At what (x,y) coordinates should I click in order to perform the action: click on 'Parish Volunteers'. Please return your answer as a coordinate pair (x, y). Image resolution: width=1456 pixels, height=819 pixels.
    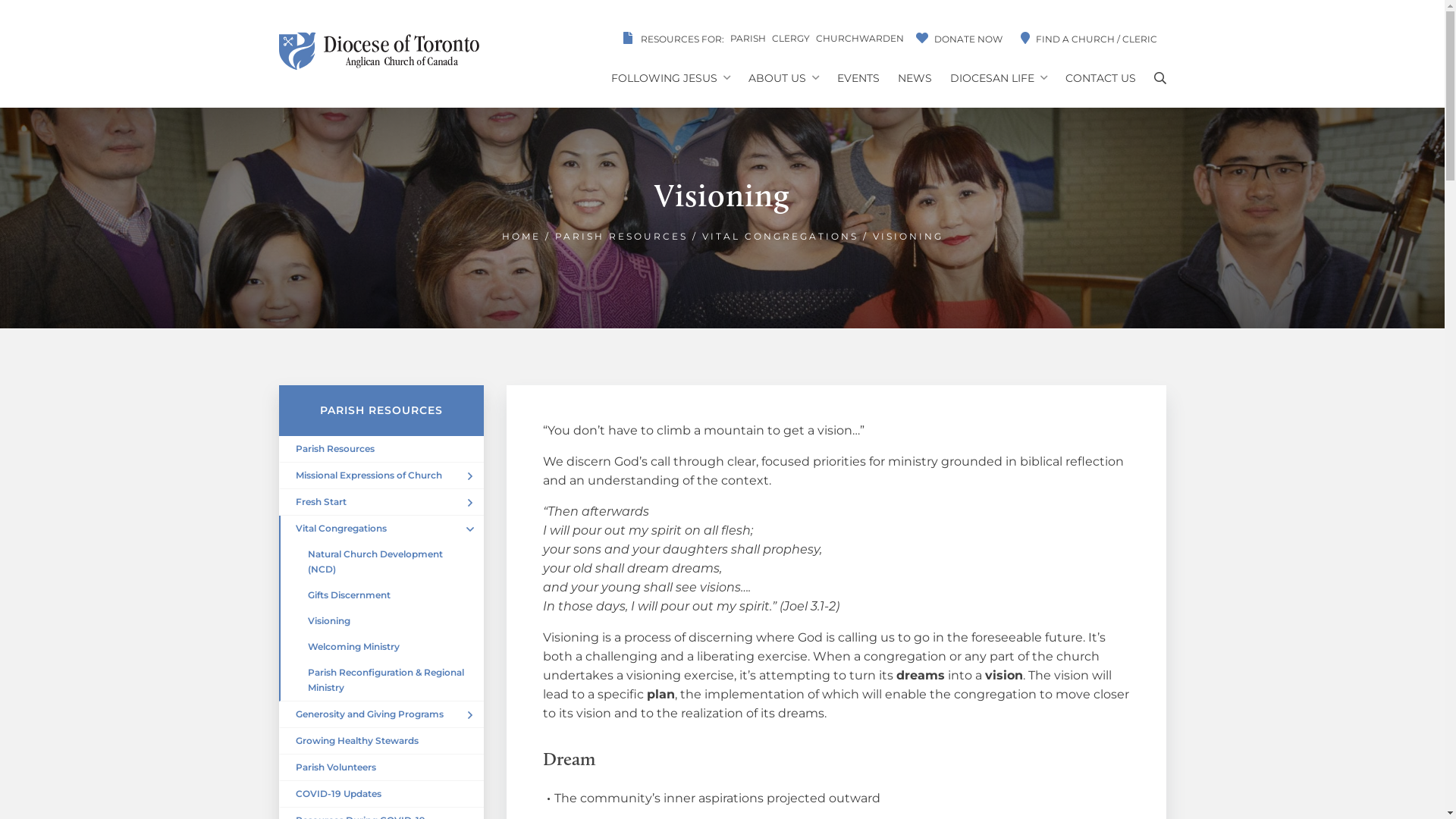
    Looking at the image, I should click on (279, 767).